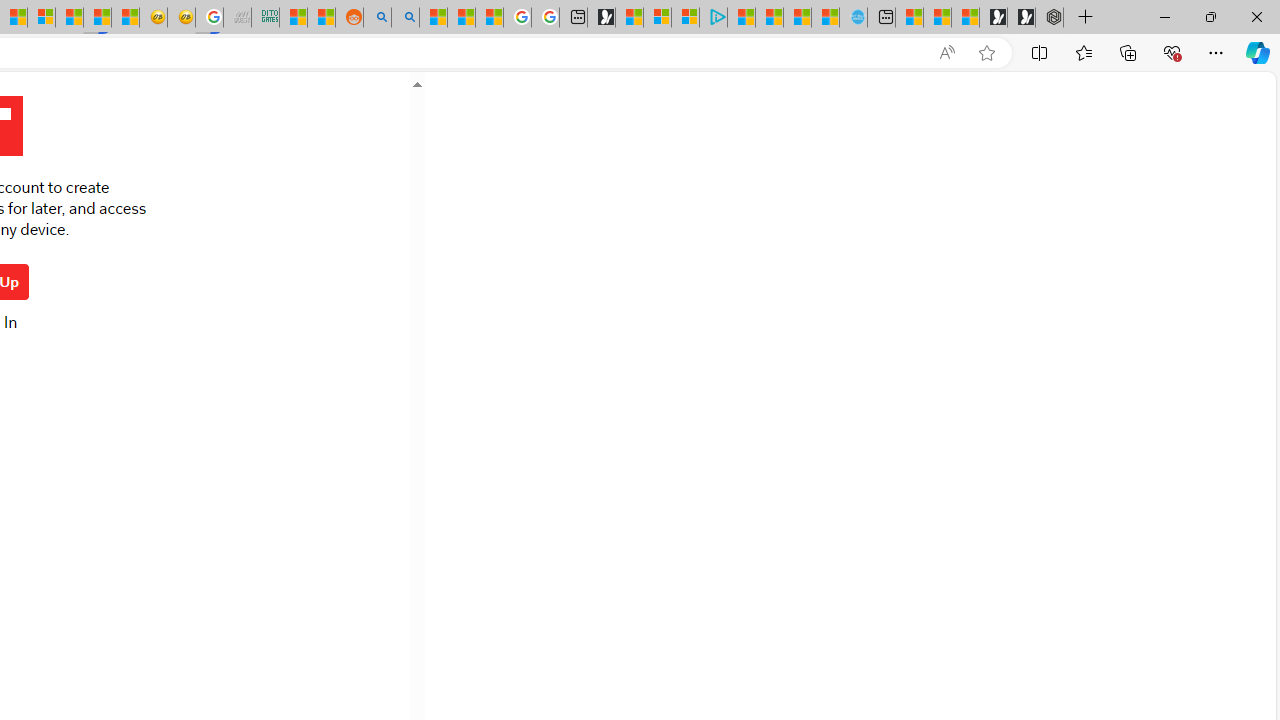 The height and width of the screenshot is (720, 1280). Describe the element at coordinates (237, 17) in the screenshot. I see `'Navy Quest'` at that location.